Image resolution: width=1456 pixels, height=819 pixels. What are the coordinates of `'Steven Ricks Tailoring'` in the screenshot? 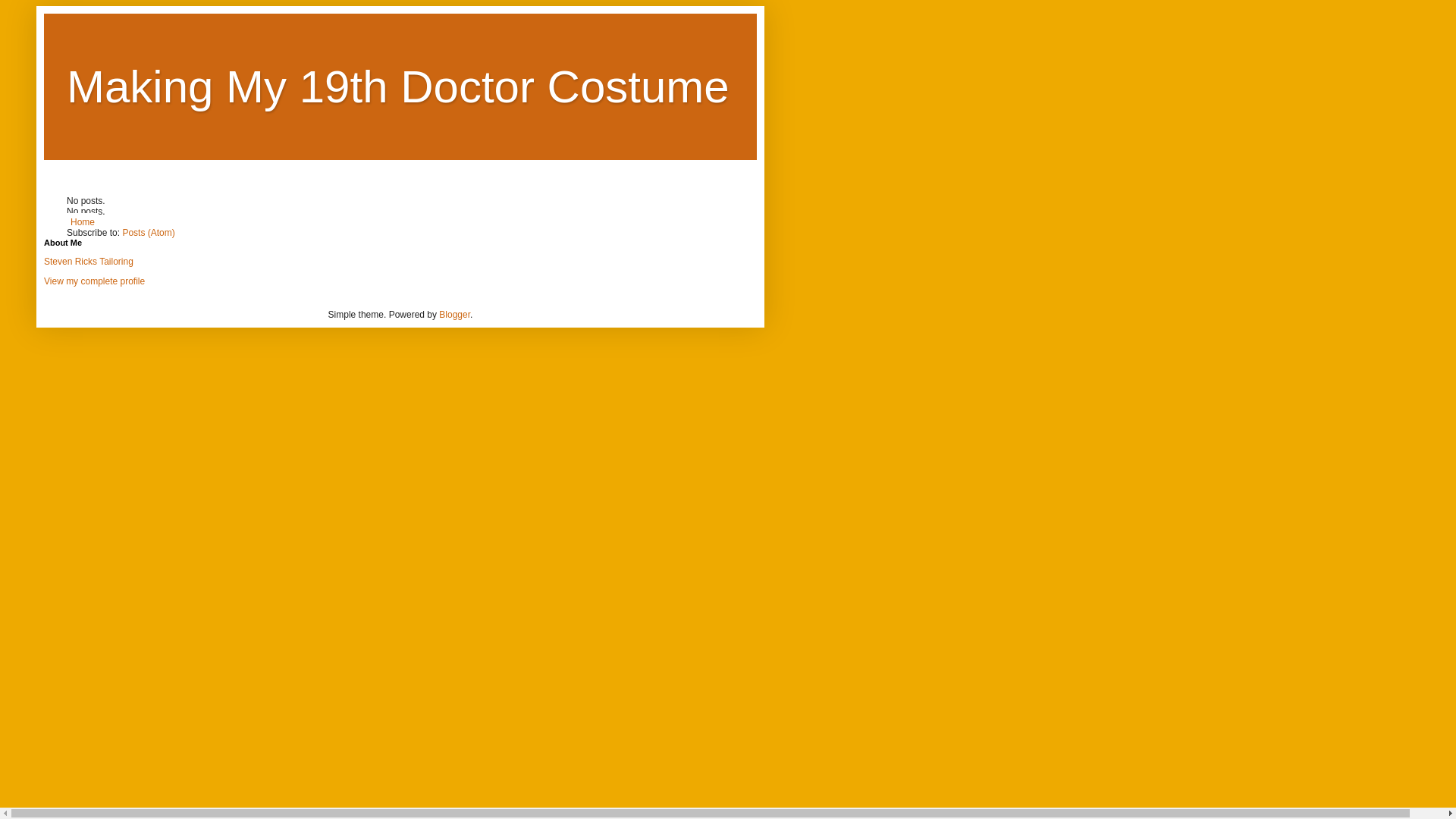 It's located at (87, 260).